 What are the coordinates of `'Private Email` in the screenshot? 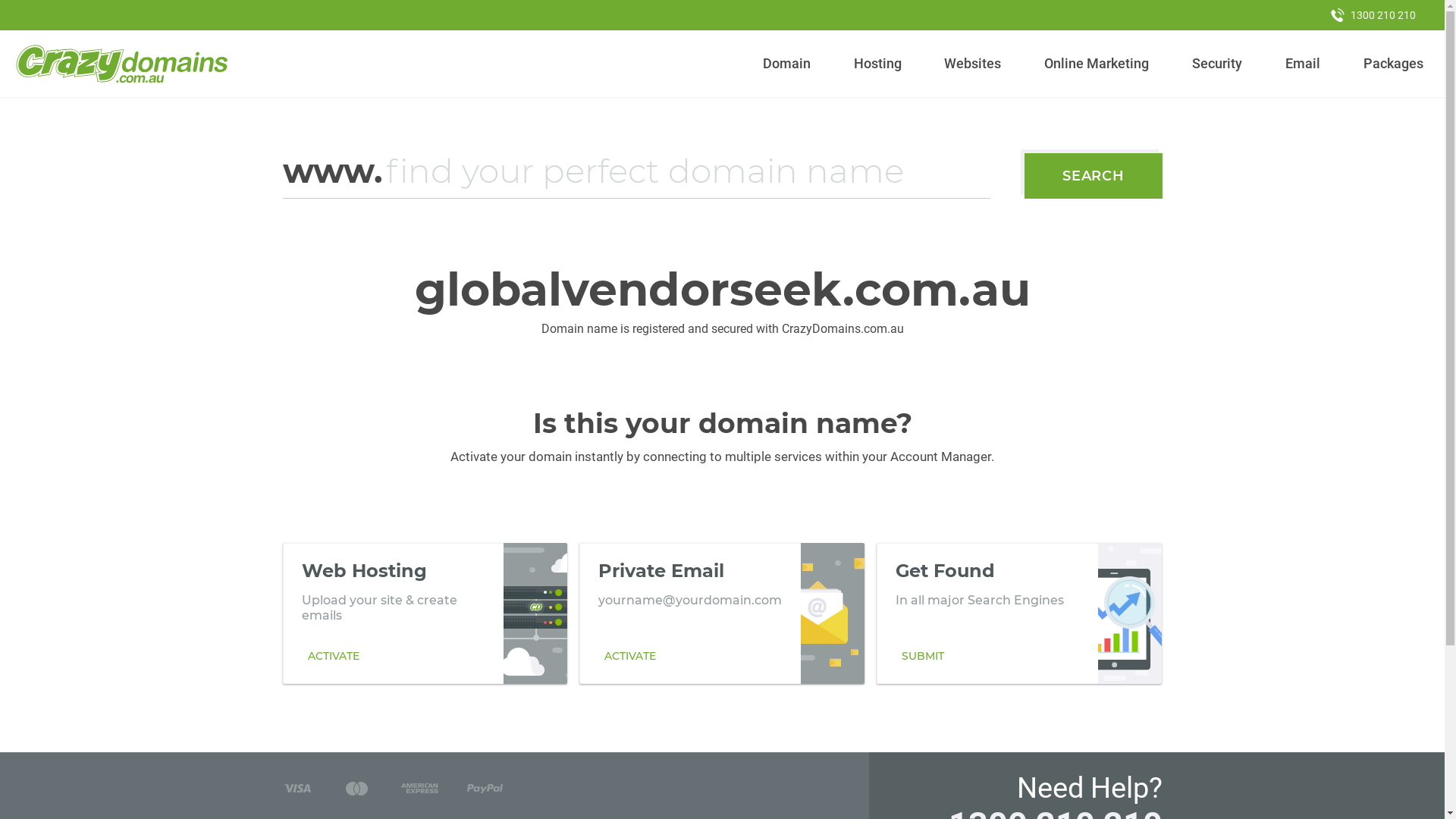 It's located at (720, 613).